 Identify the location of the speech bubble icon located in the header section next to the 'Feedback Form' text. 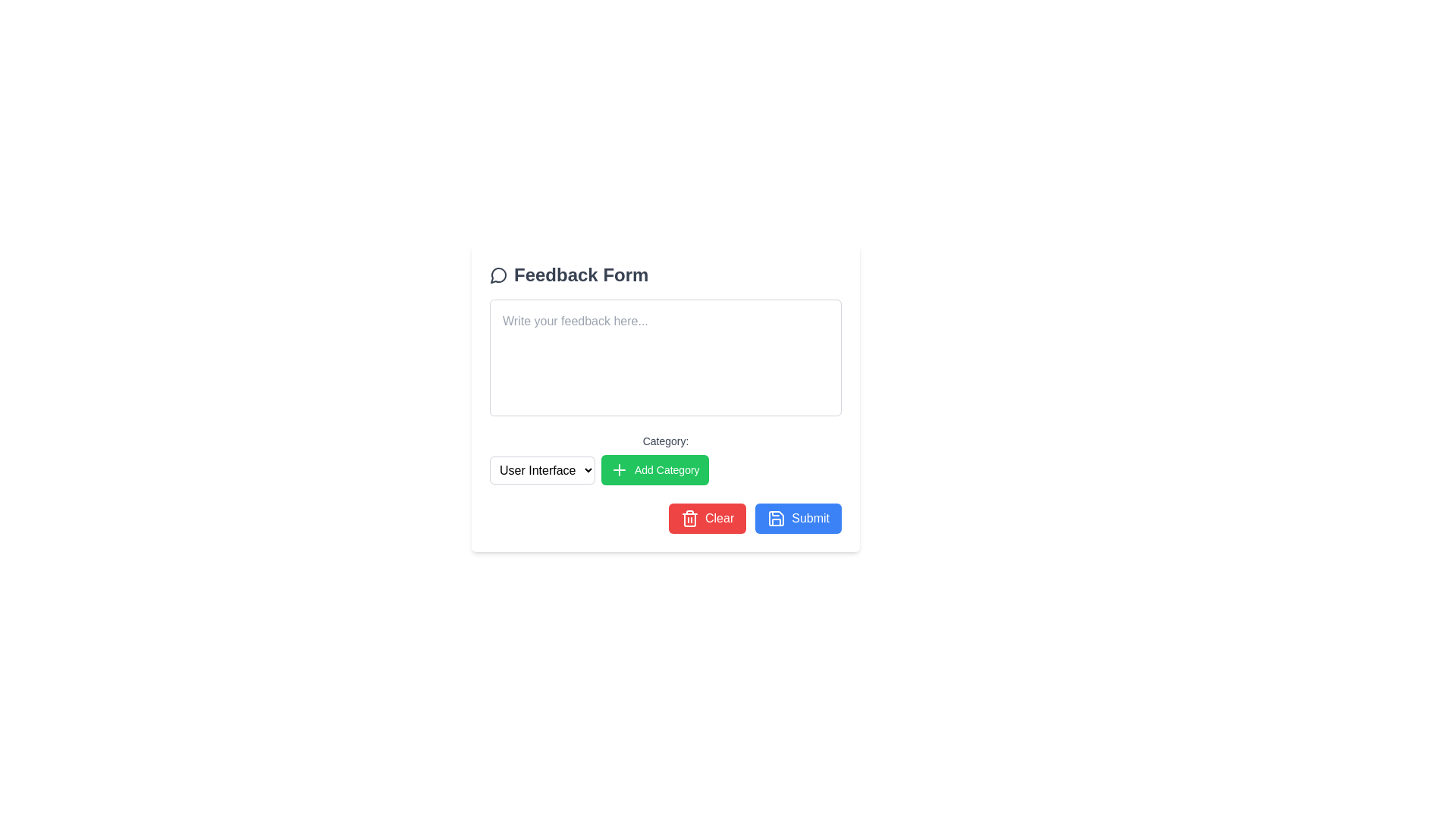
(498, 275).